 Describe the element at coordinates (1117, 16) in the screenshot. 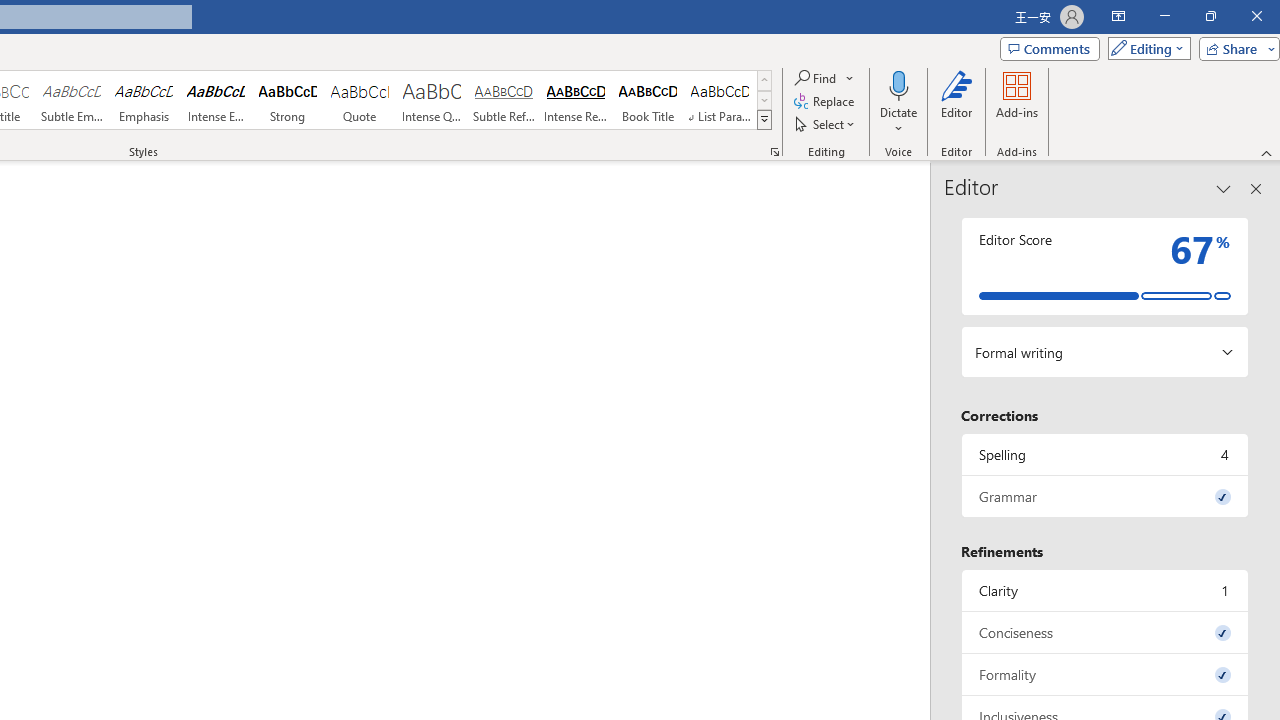

I see `'Ribbon Display Options'` at that location.